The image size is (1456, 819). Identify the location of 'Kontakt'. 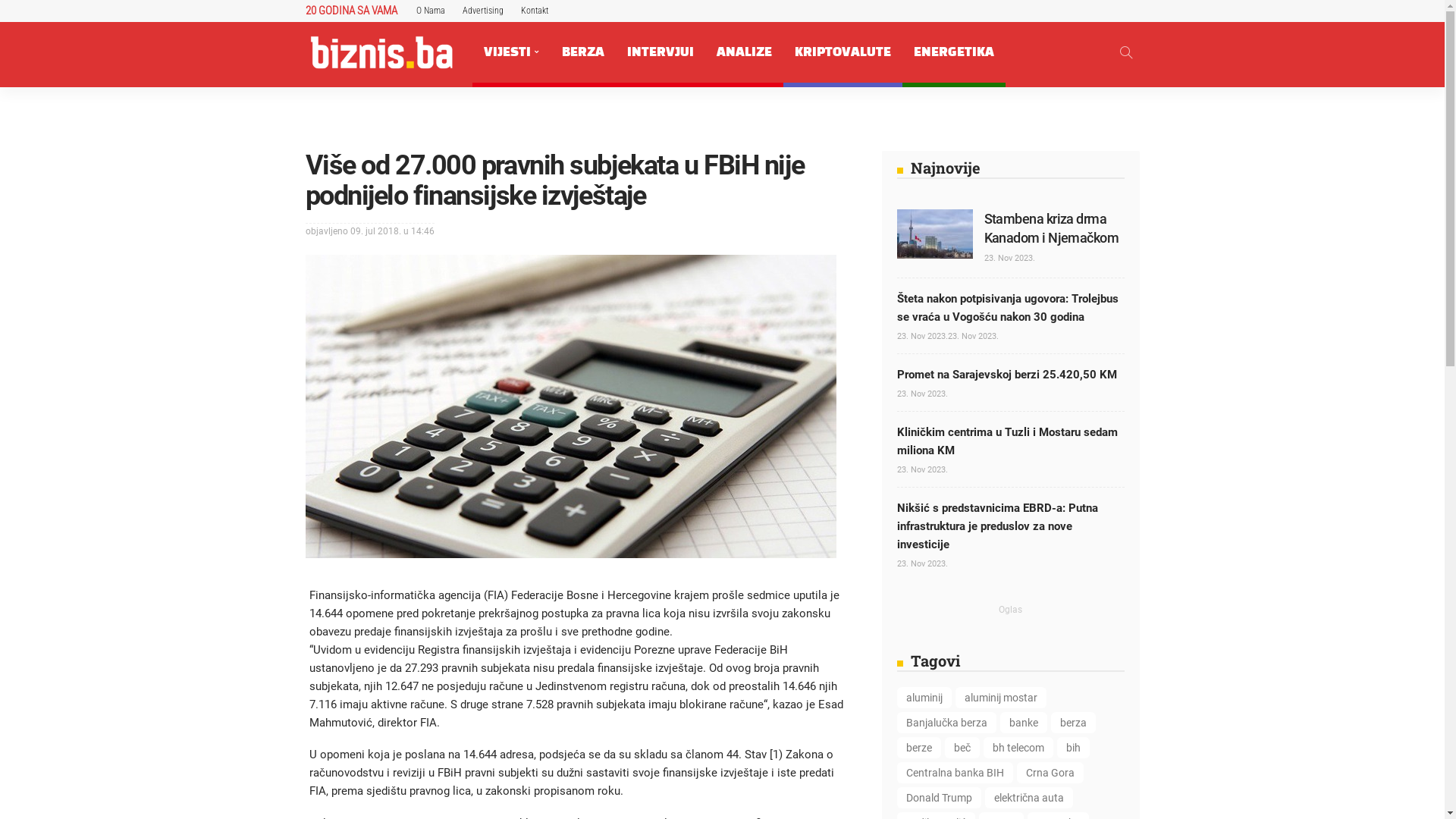
(534, 11).